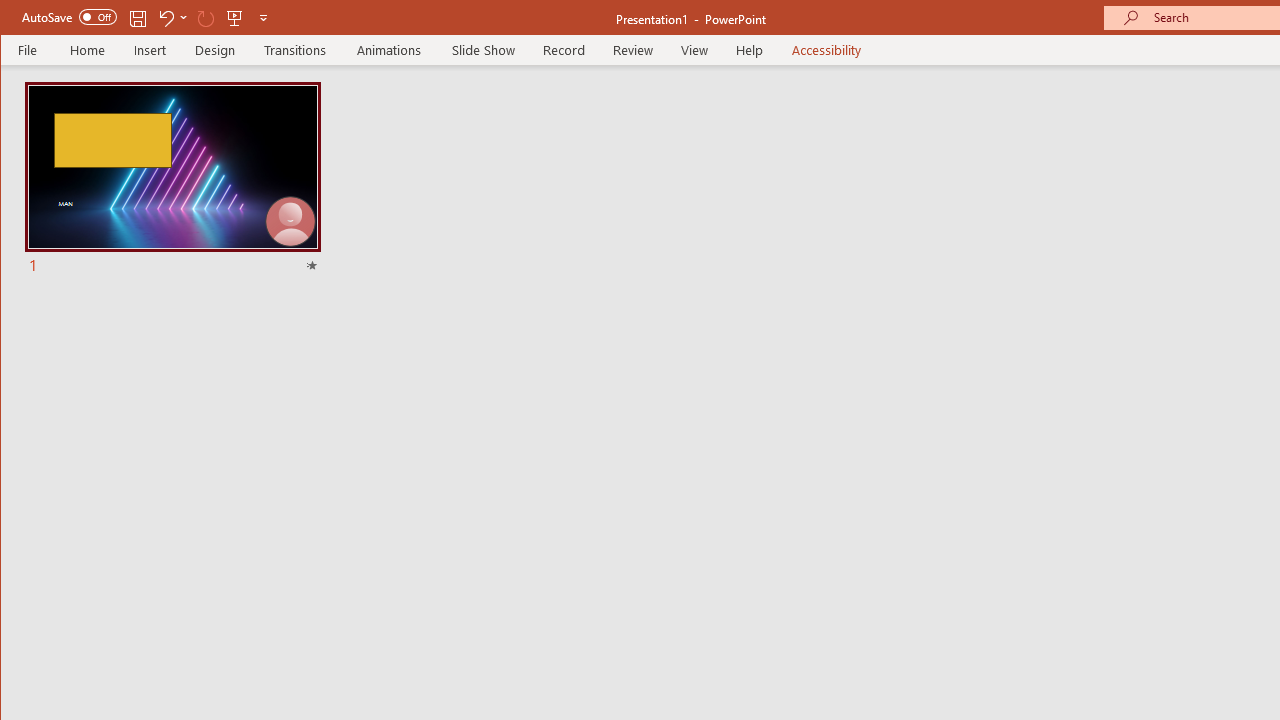  What do you see at coordinates (69, 17) in the screenshot?
I see `'AutoSave'` at bounding box center [69, 17].